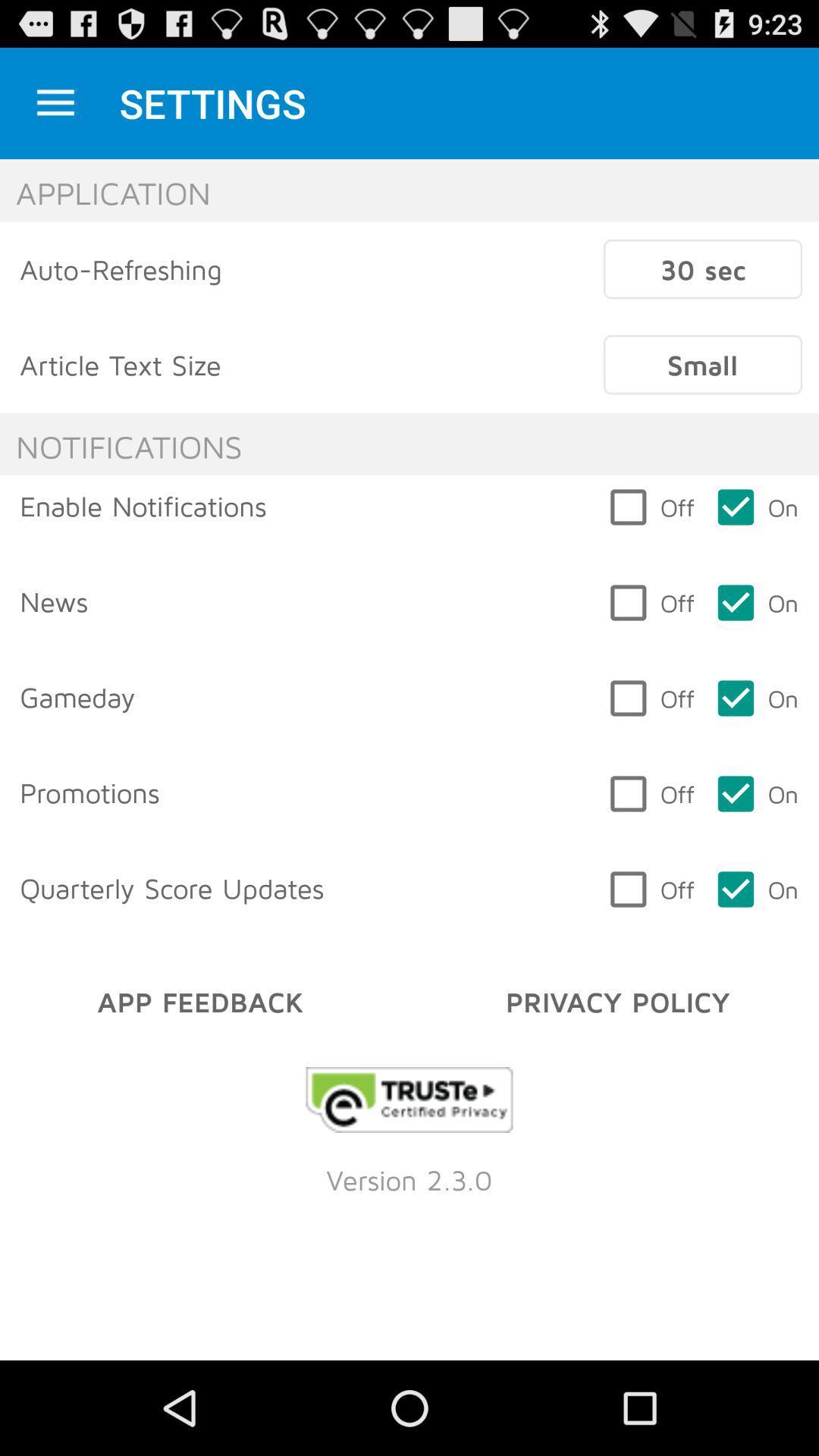 This screenshot has width=819, height=1456. Describe the element at coordinates (409, 1100) in the screenshot. I see `this a trustcertificate privacy` at that location.